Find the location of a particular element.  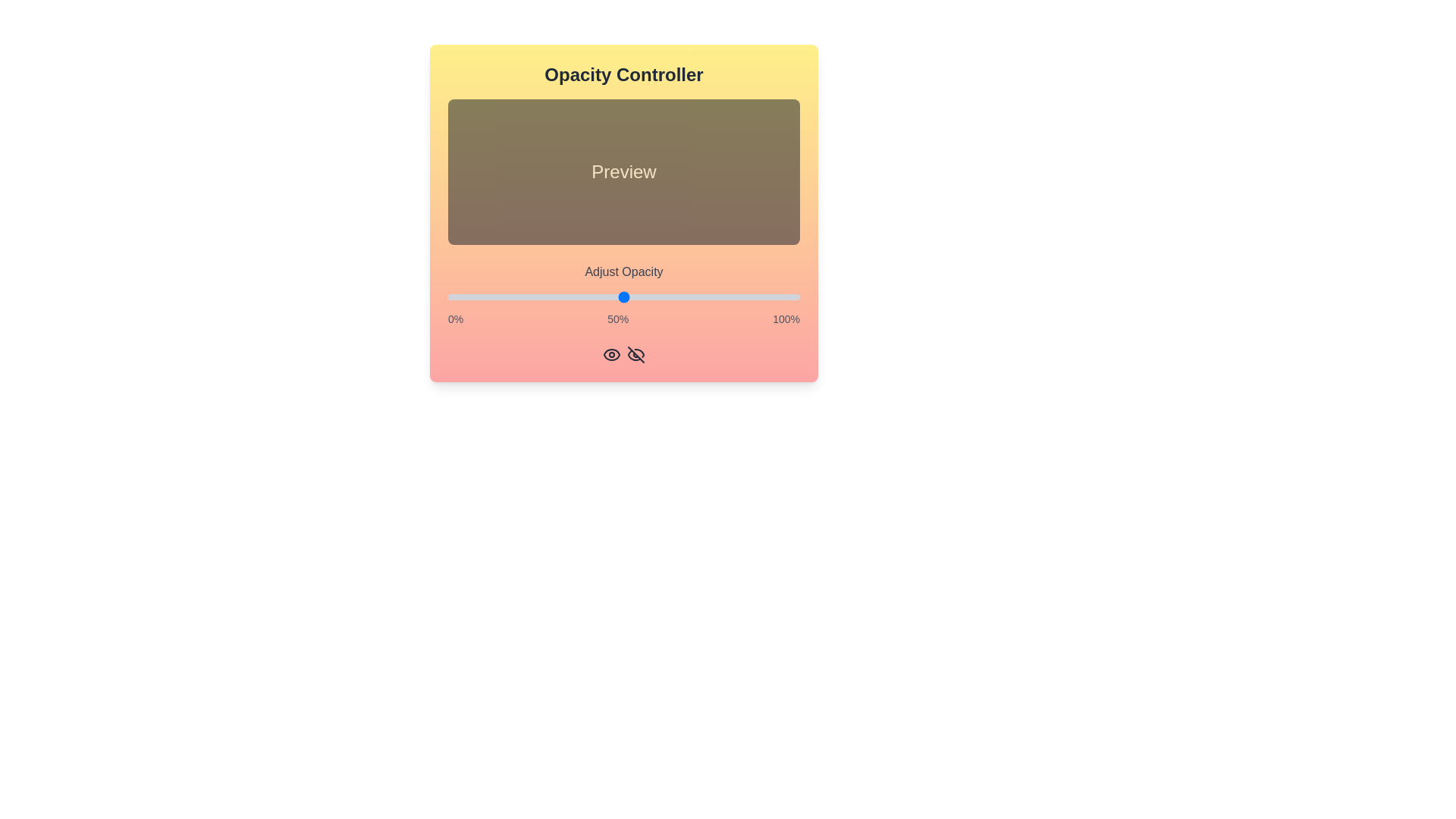

the opacity slider to 63% is located at coordinates (669, 297).